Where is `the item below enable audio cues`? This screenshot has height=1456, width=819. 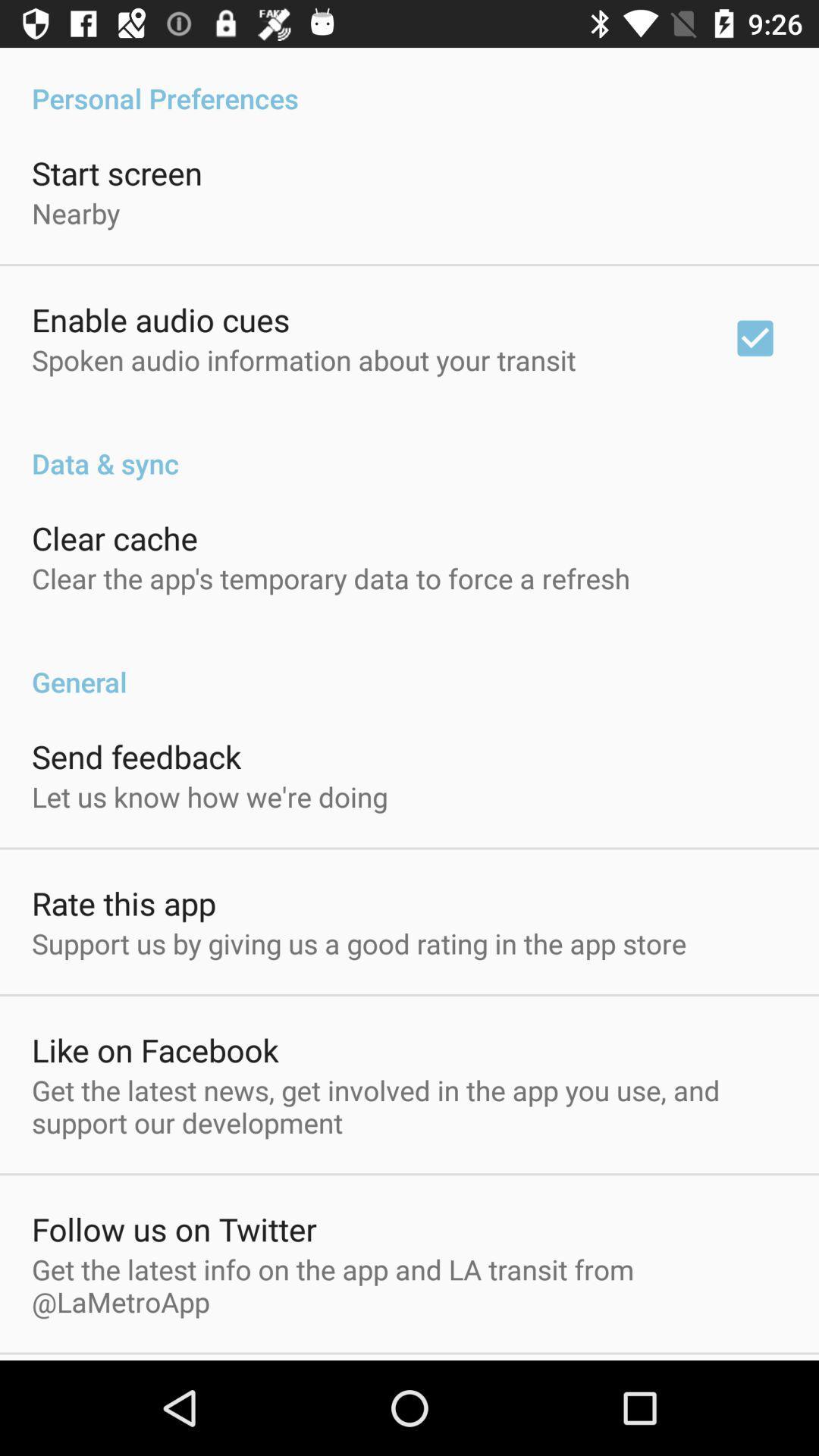 the item below enable audio cues is located at coordinates (303, 359).